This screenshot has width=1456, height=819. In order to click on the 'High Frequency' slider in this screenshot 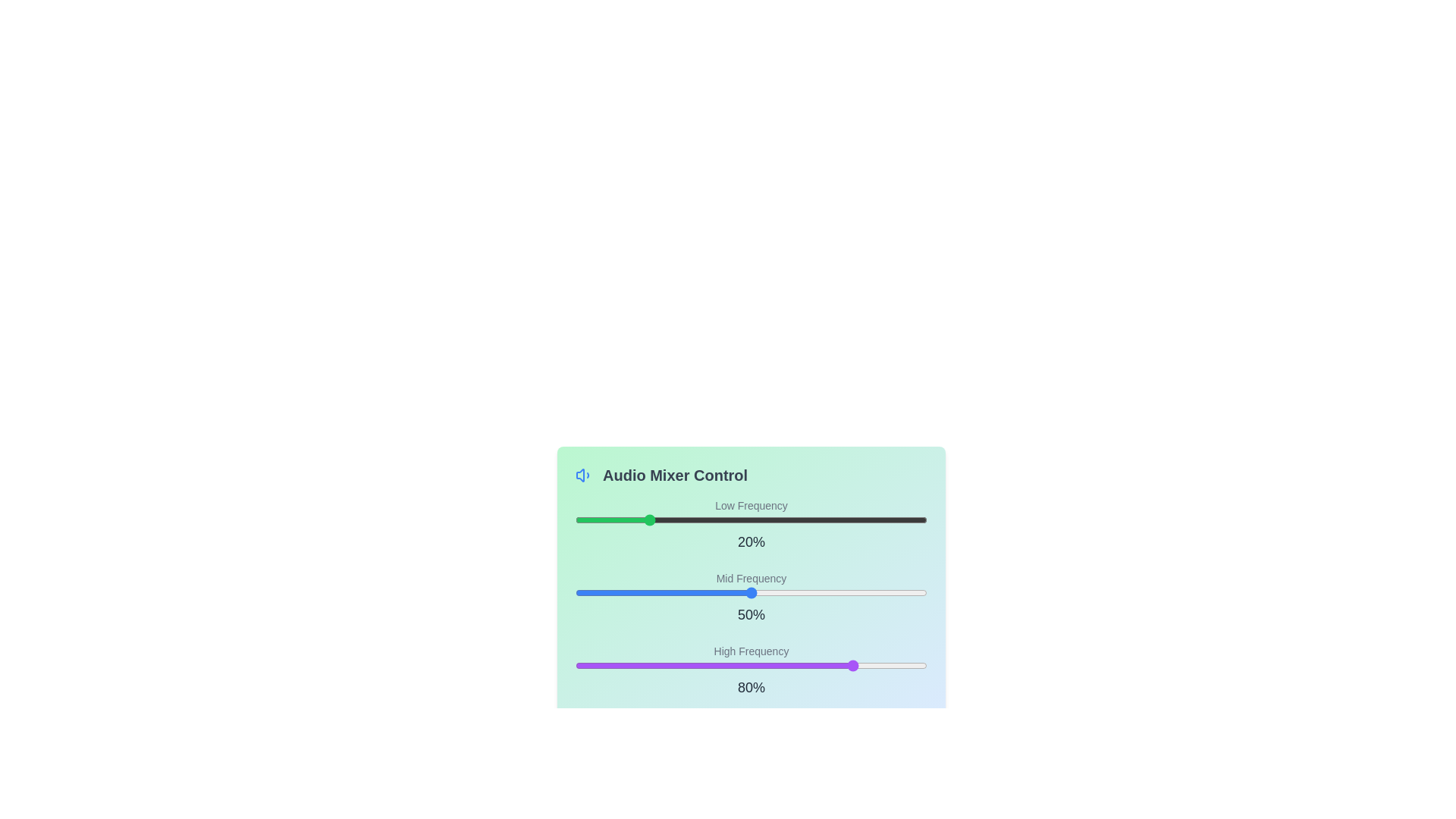, I will do `click(704, 665)`.